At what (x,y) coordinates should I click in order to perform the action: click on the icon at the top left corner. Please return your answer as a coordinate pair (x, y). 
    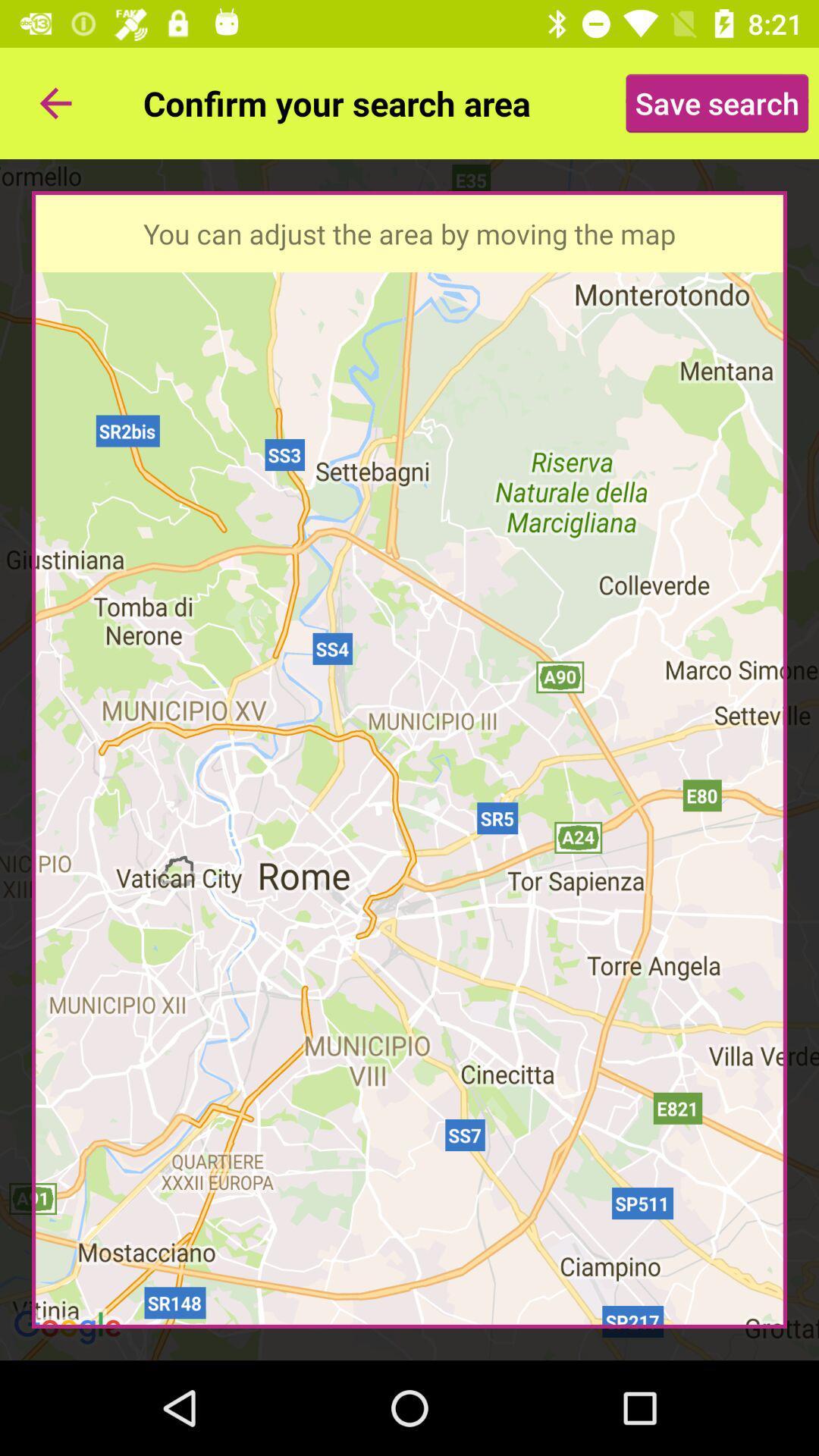
    Looking at the image, I should click on (55, 102).